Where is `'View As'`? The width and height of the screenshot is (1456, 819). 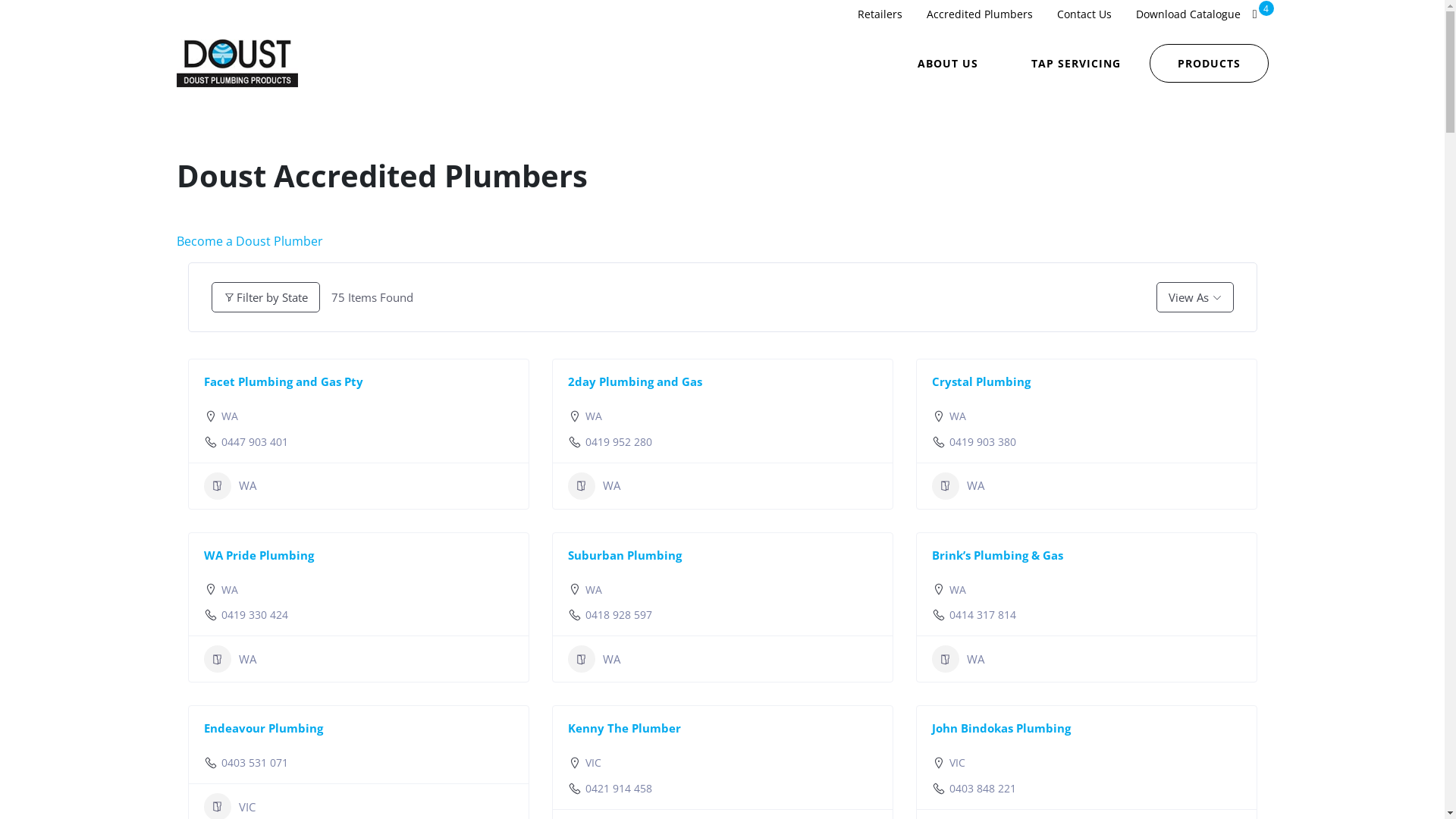 'View As' is located at coordinates (1193, 297).